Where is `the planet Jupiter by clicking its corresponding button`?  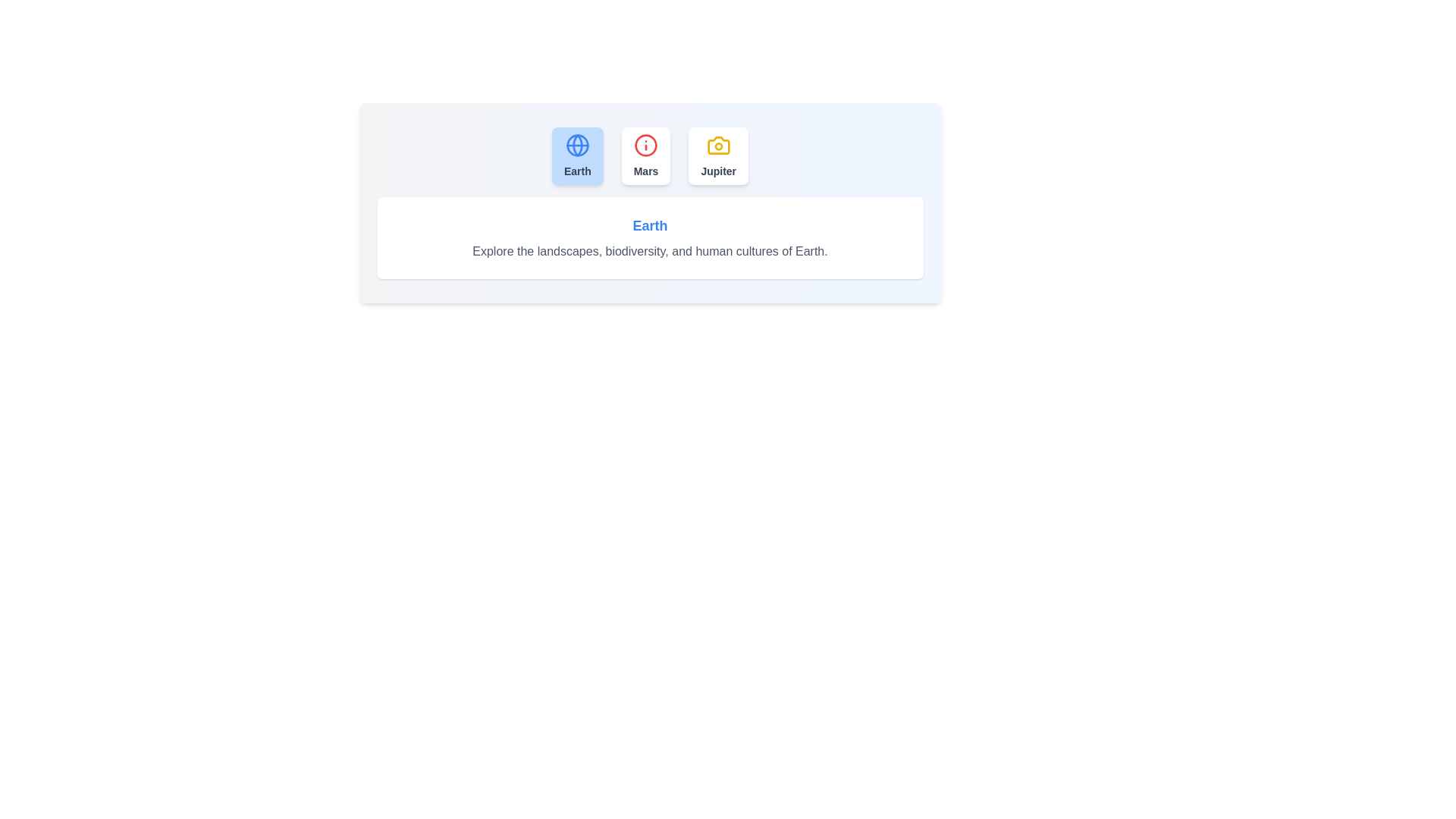 the planet Jupiter by clicking its corresponding button is located at coordinates (717, 155).